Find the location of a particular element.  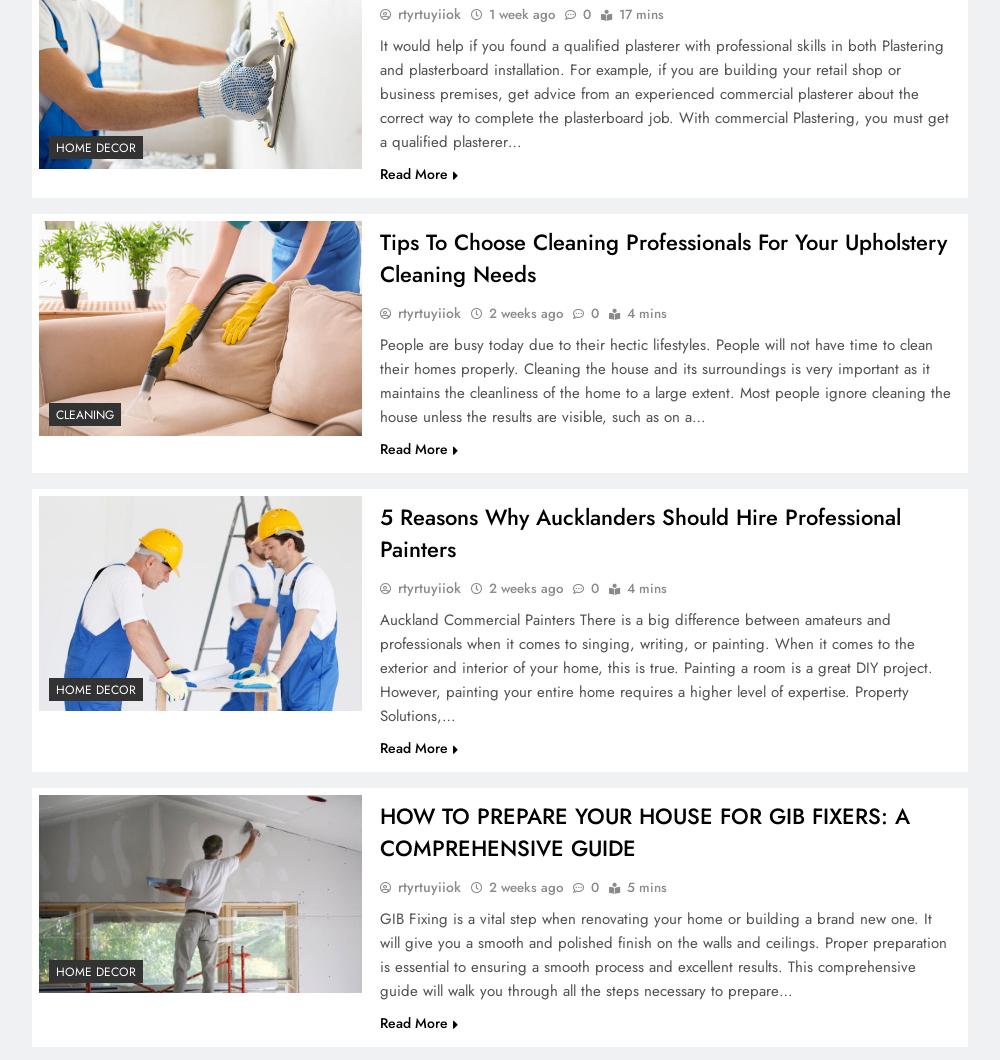

'3' is located at coordinates (150, 399).